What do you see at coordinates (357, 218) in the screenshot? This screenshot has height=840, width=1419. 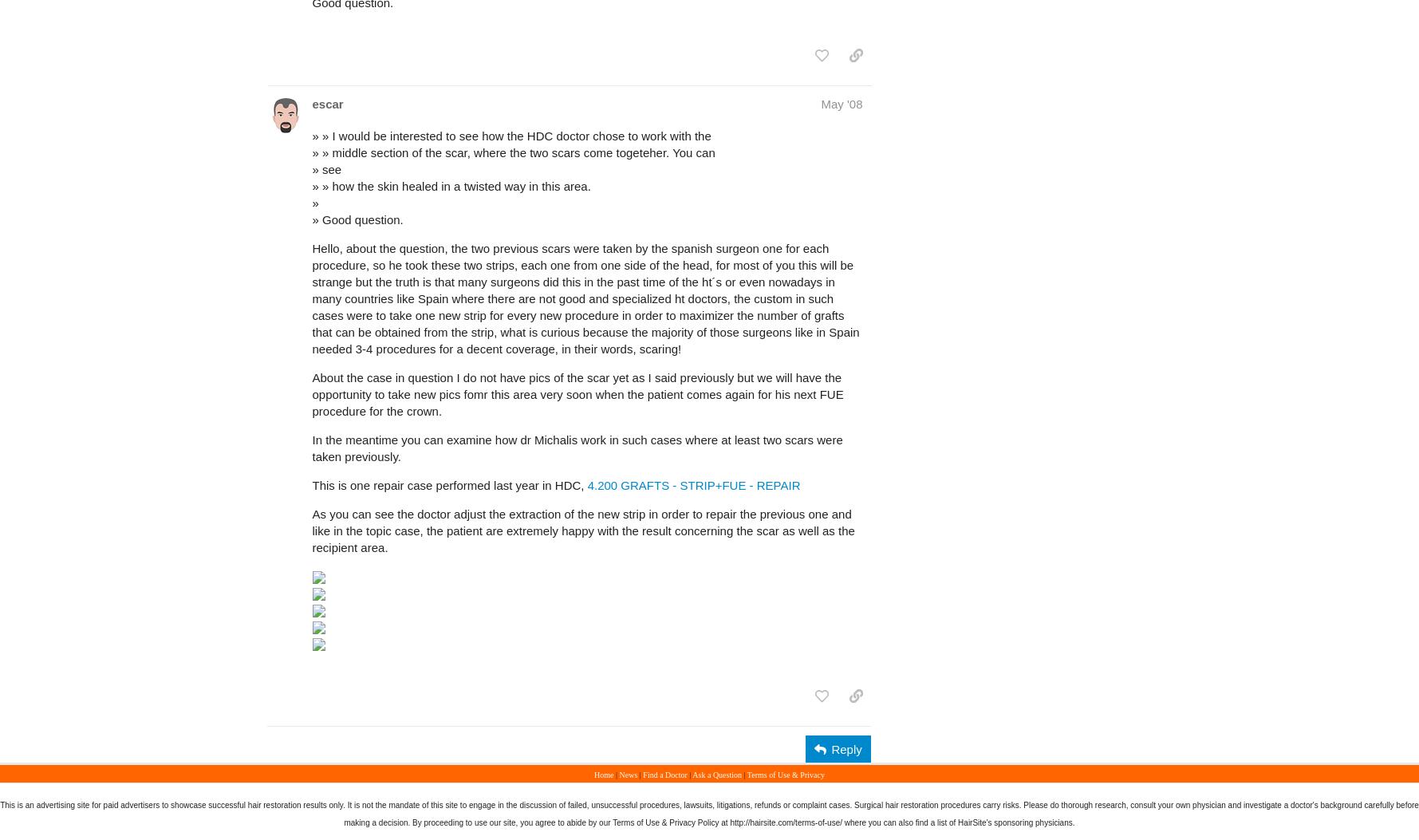 I see `'» Good question.'` at bounding box center [357, 218].